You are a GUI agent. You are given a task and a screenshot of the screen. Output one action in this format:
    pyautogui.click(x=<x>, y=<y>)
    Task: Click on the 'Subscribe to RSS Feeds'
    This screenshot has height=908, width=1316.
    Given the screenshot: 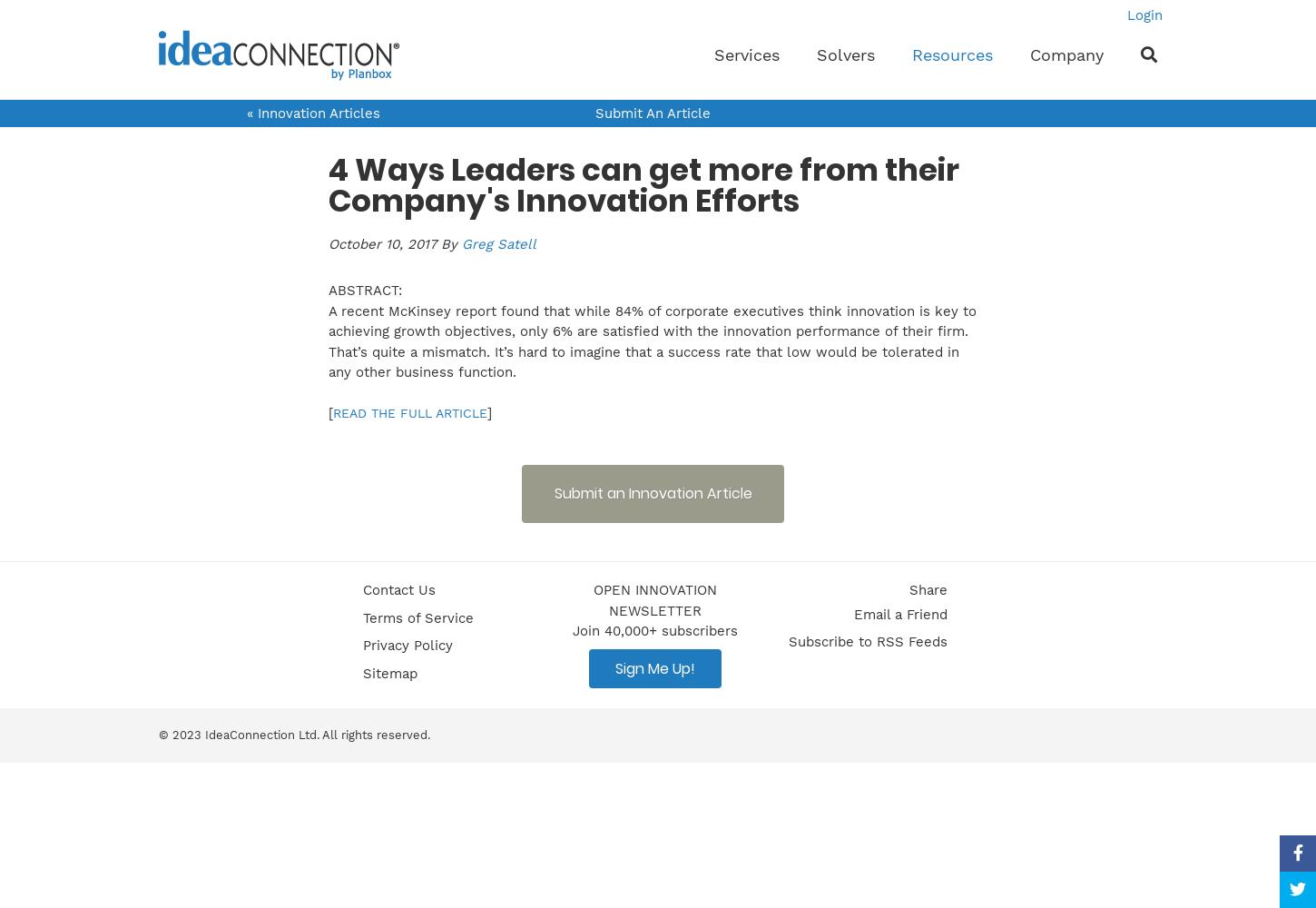 What is the action you would take?
    pyautogui.click(x=866, y=641)
    